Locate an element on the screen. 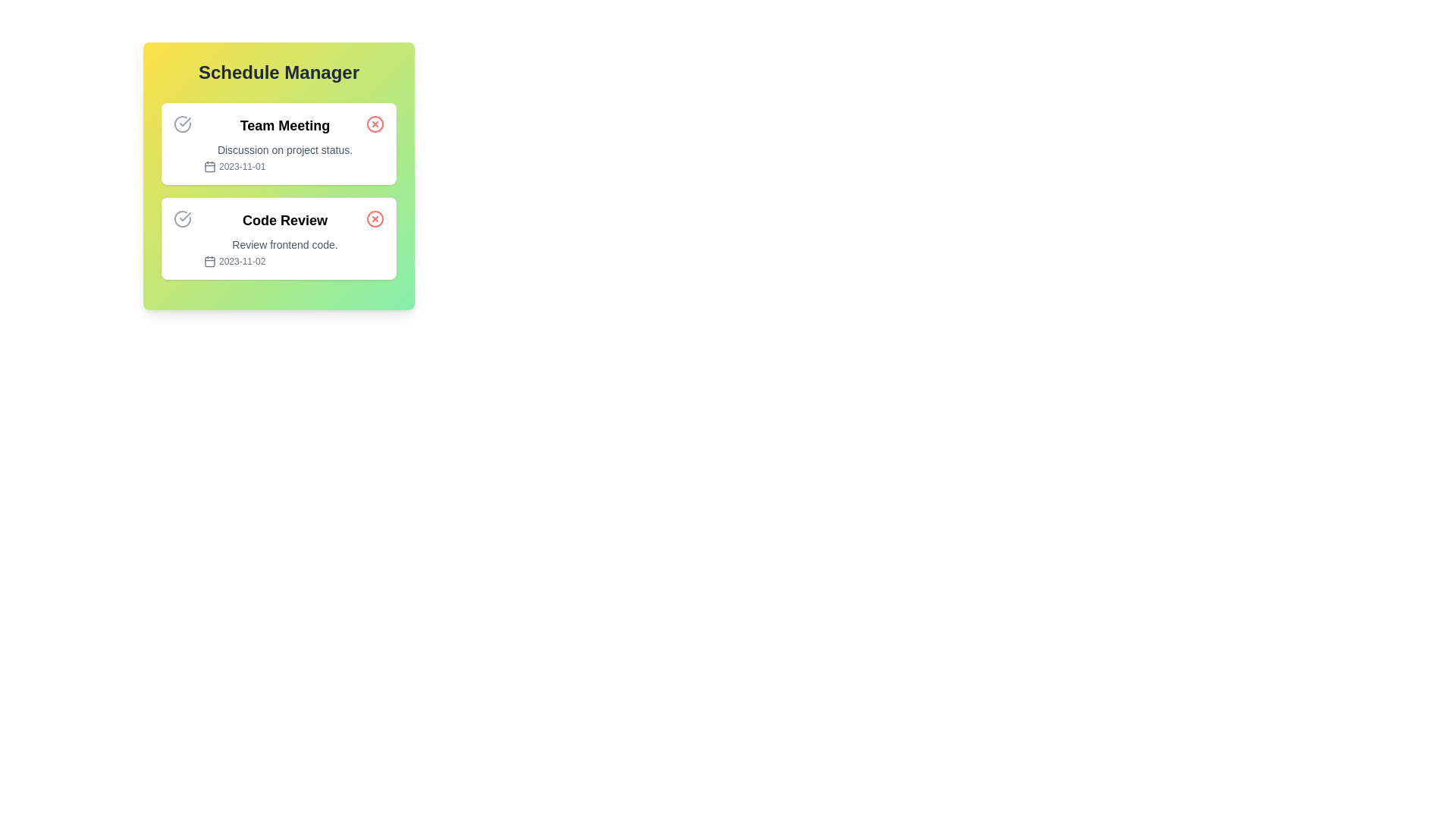 Image resolution: width=1456 pixels, height=819 pixels. text of the title Text Label at the top of the schedule manager interface, which indicates its purpose is located at coordinates (279, 73).